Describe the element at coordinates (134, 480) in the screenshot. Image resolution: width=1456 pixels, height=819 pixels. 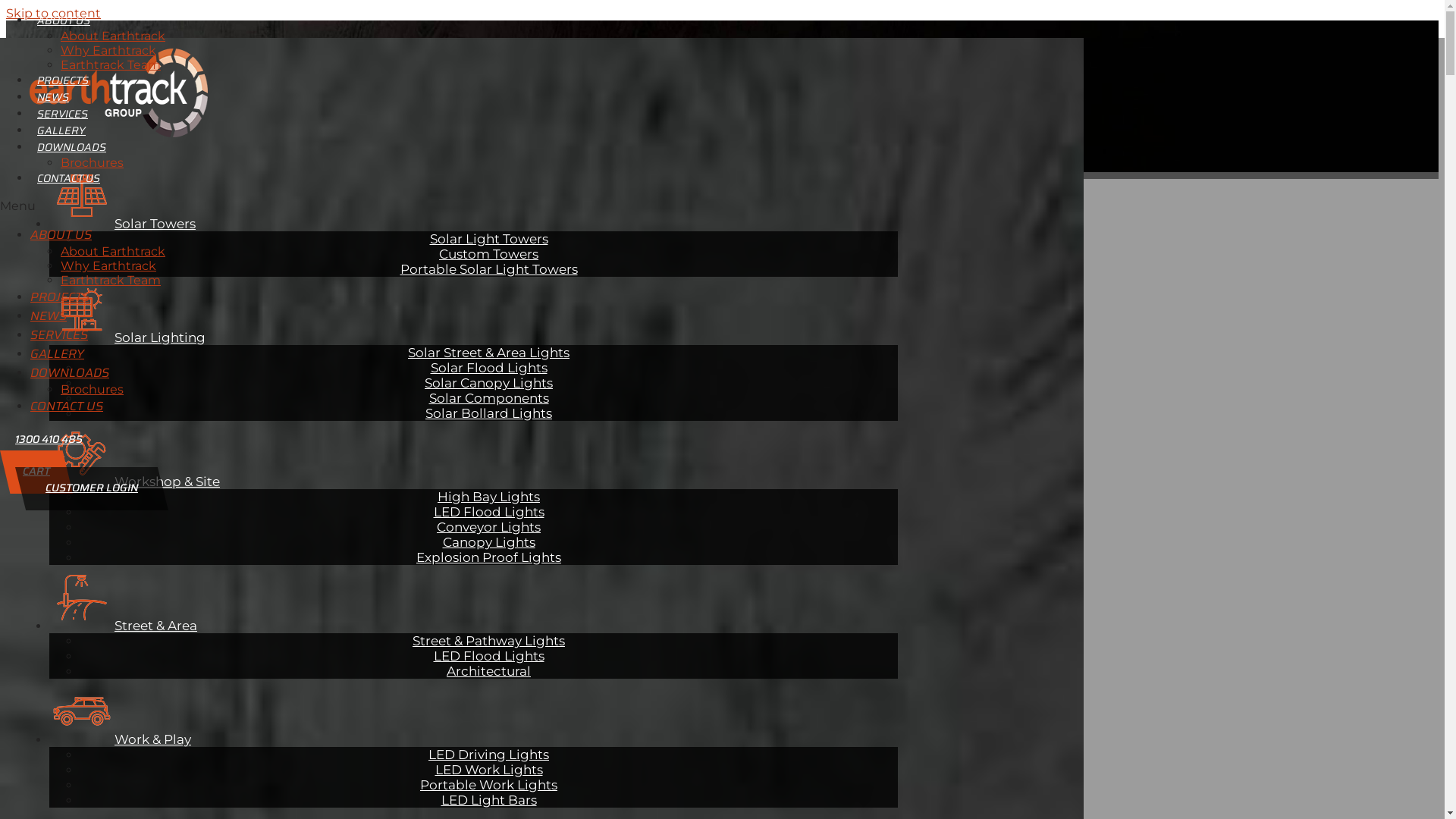
I see `'Workshop & Site'` at that location.